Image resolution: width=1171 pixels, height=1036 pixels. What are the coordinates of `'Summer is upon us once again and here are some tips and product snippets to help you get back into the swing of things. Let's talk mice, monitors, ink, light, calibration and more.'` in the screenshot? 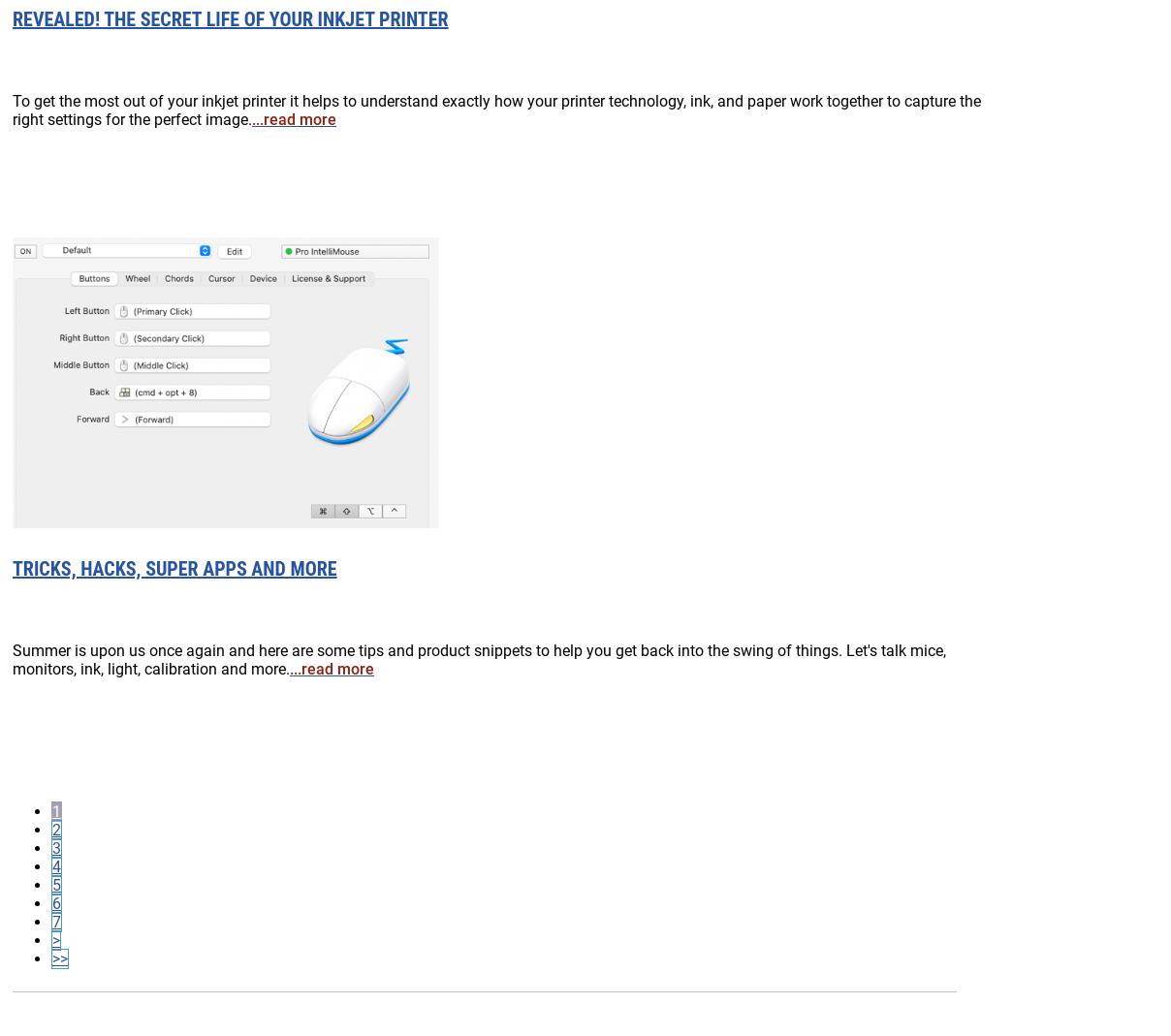 It's located at (479, 657).